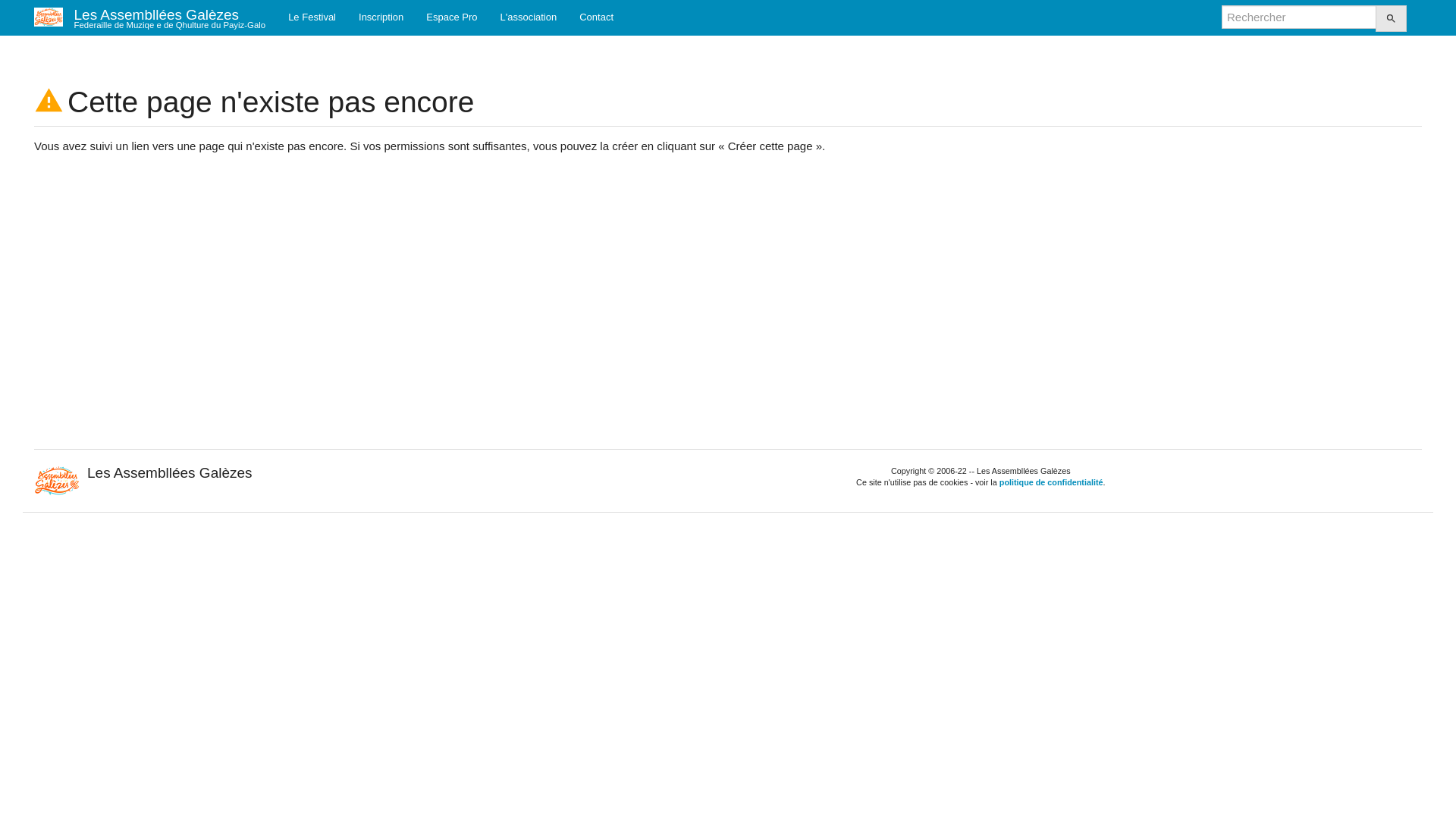 The width and height of the screenshot is (1456, 819). What do you see at coordinates (1376, 18) in the screenshot?
I see `'Rechercher'` at bounding box center [1376, 18].